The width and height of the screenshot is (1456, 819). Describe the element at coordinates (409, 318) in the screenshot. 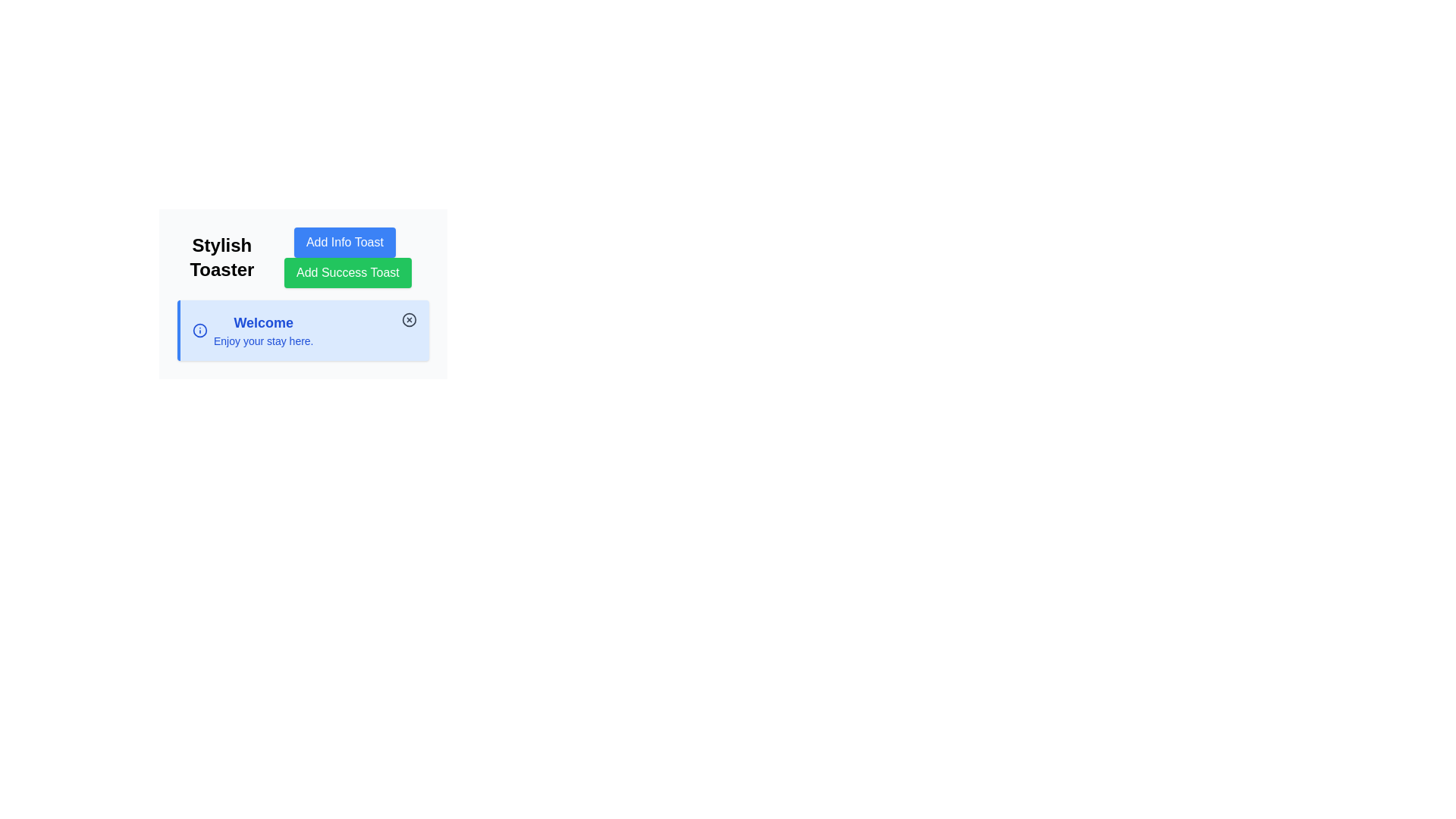

I see `the Close button icon located in the top-right corner of the notification card` at that location.